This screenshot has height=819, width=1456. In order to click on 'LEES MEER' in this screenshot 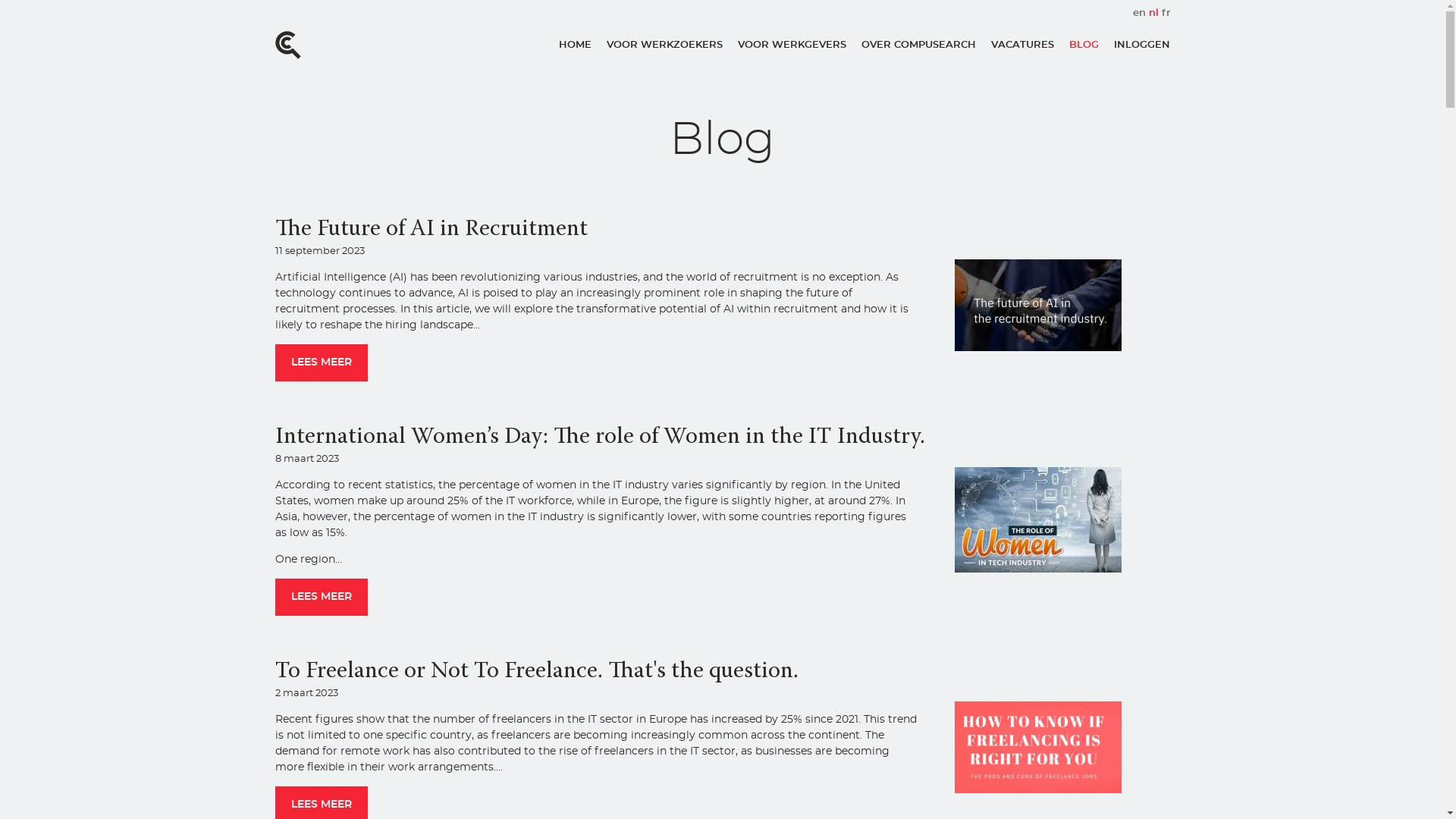, I will do `click(319, 362)`.